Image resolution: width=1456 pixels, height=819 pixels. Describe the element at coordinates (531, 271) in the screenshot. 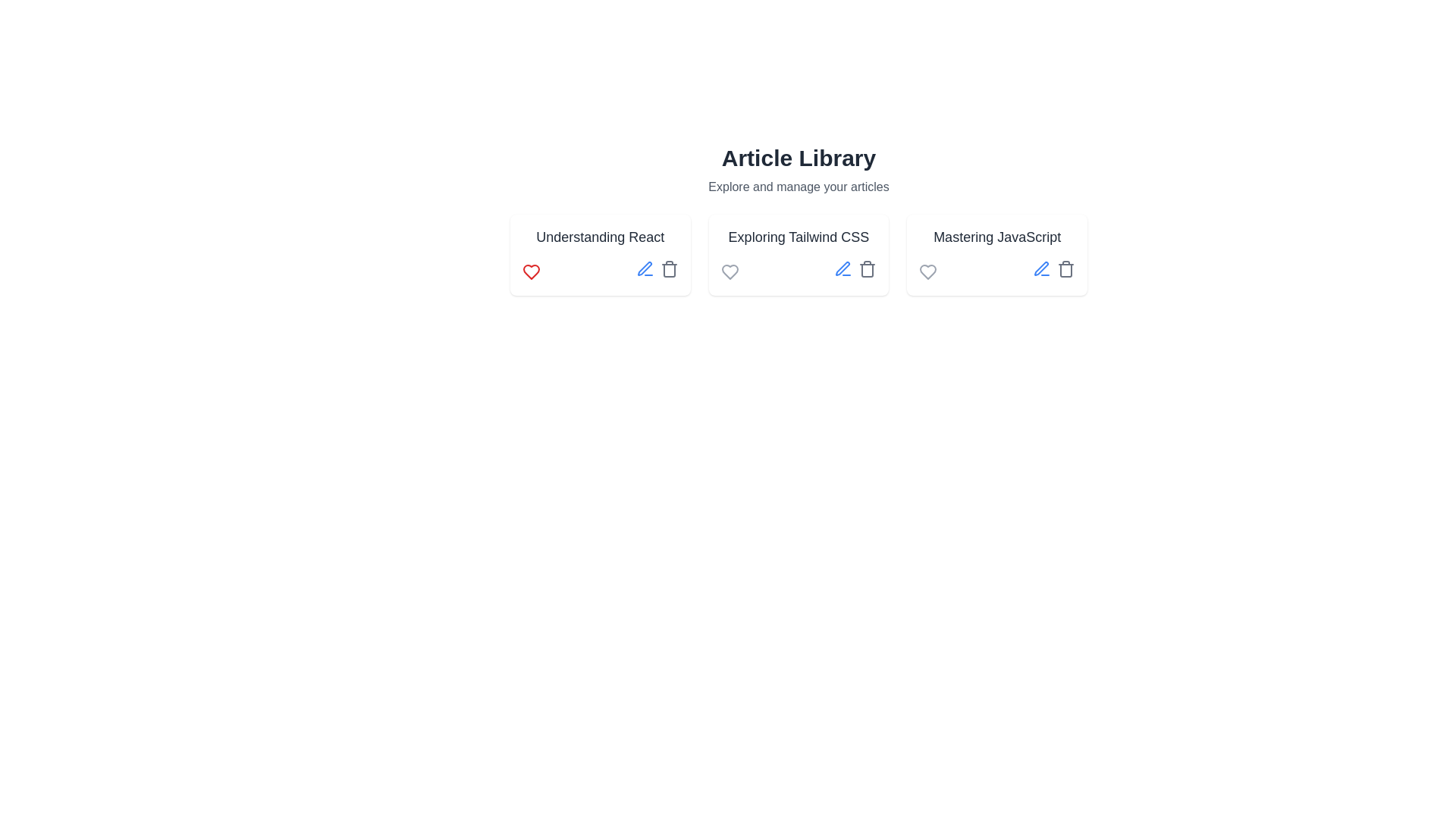

I see `the 'like' icon located at the lower-left part of the 'Understanding React' card` at that location.